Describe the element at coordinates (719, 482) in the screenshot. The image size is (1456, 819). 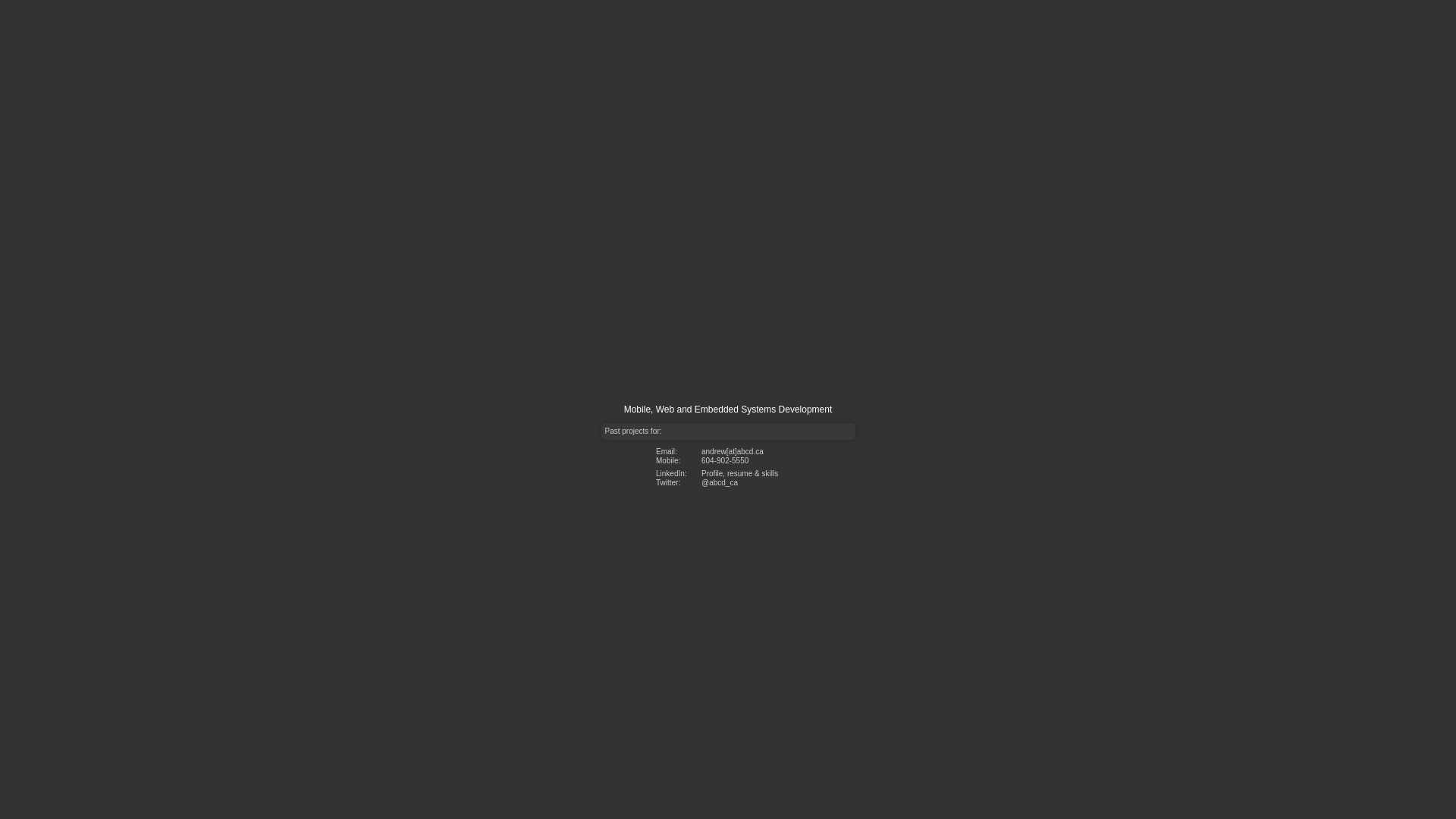
I see `'@abcd_ca'` at that location.